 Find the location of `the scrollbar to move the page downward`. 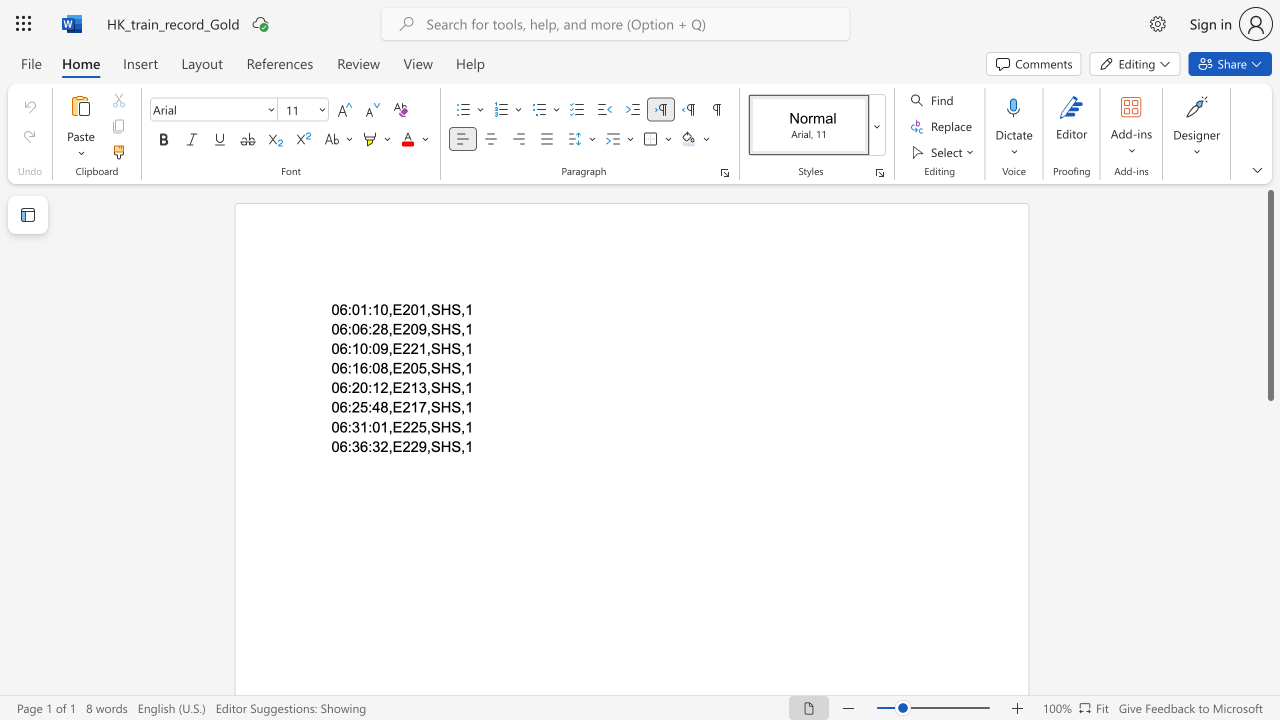

the scrollbar to move the page downward is located at coordinates (1269, 580).